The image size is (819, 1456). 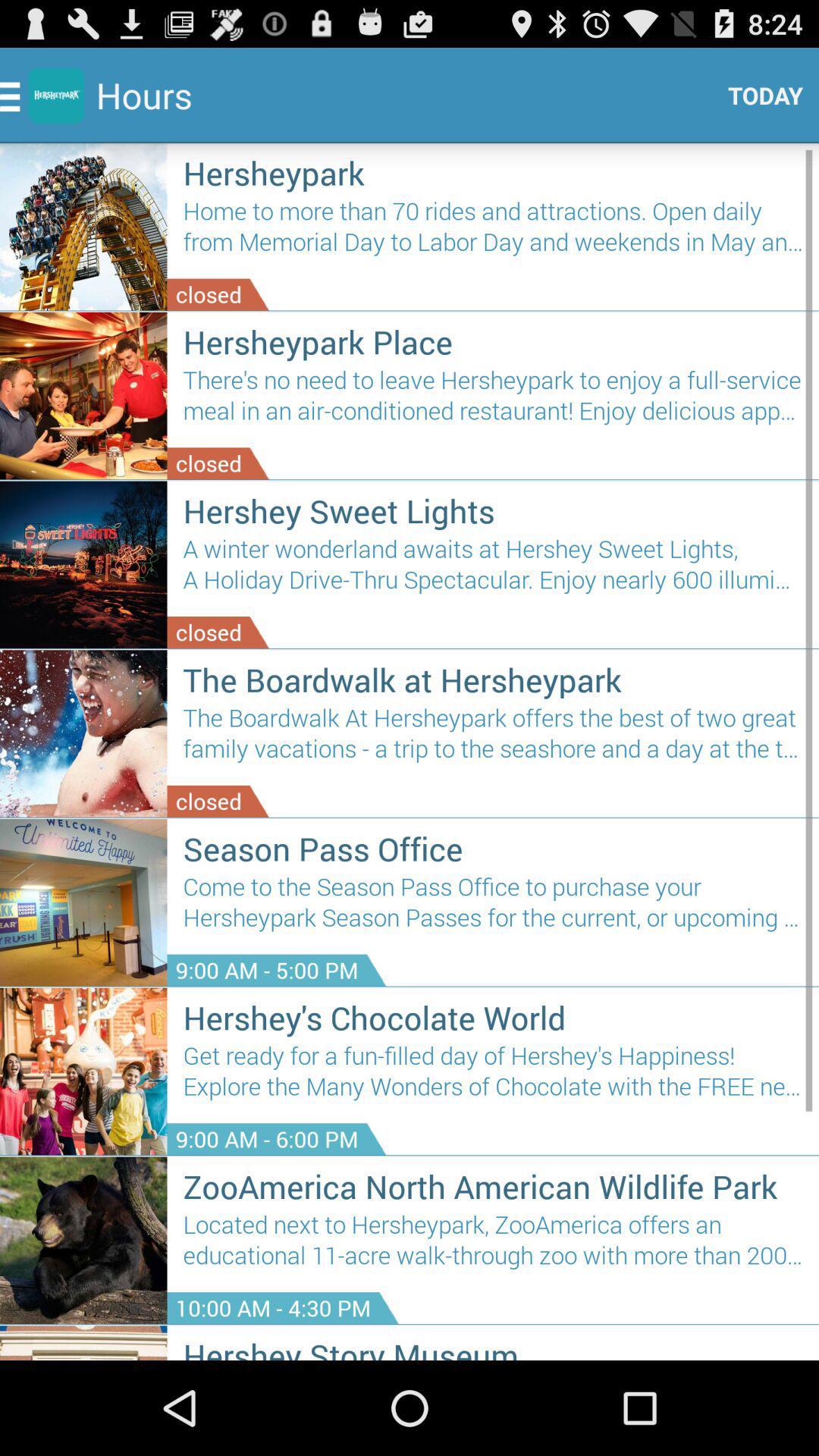 I want to click on the icon at the top right corner, so click(x=759, y=94).